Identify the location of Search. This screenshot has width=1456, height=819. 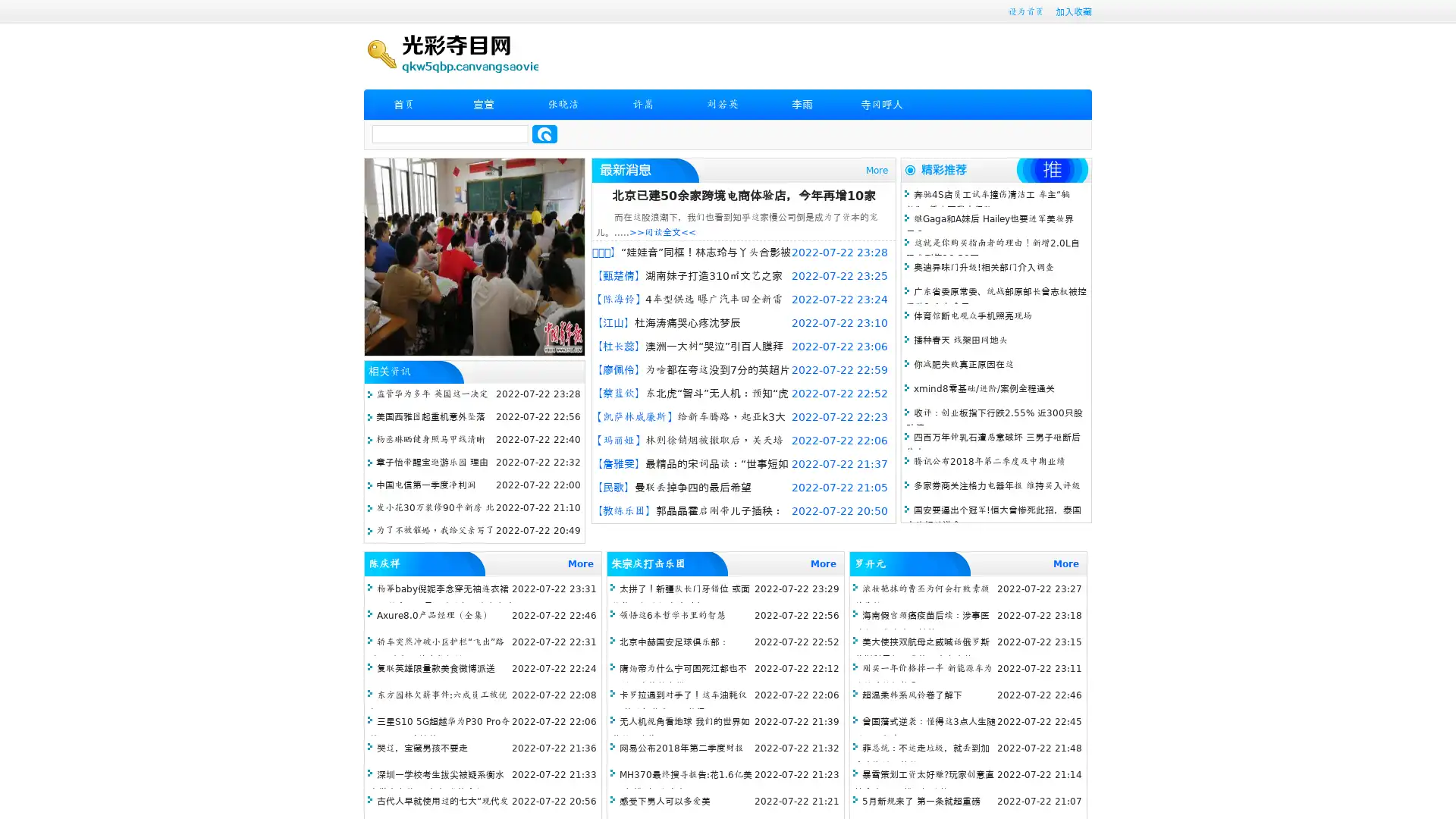
(544, 133).